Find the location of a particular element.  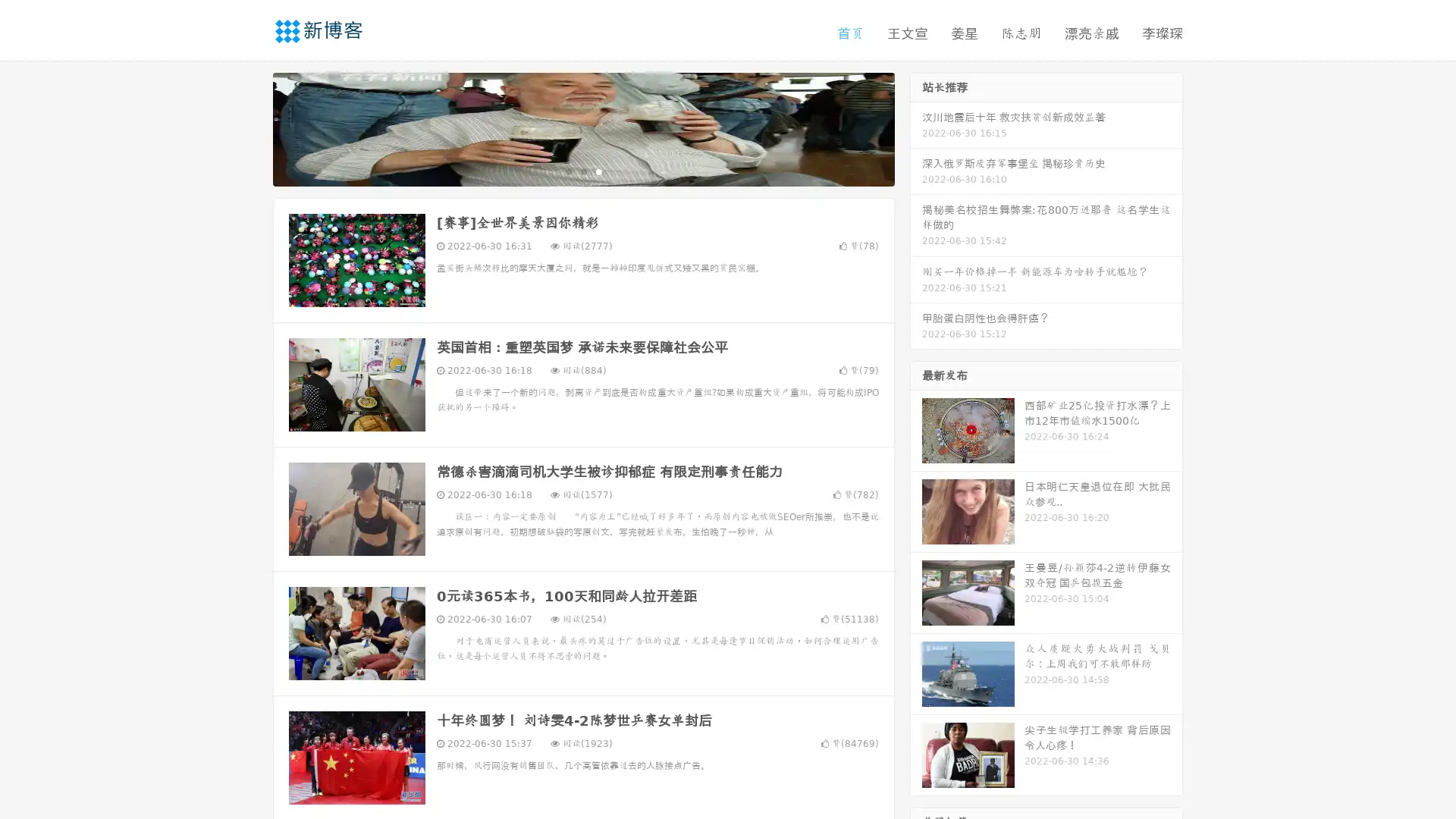

Next slide is located at coordinates (916, 127).